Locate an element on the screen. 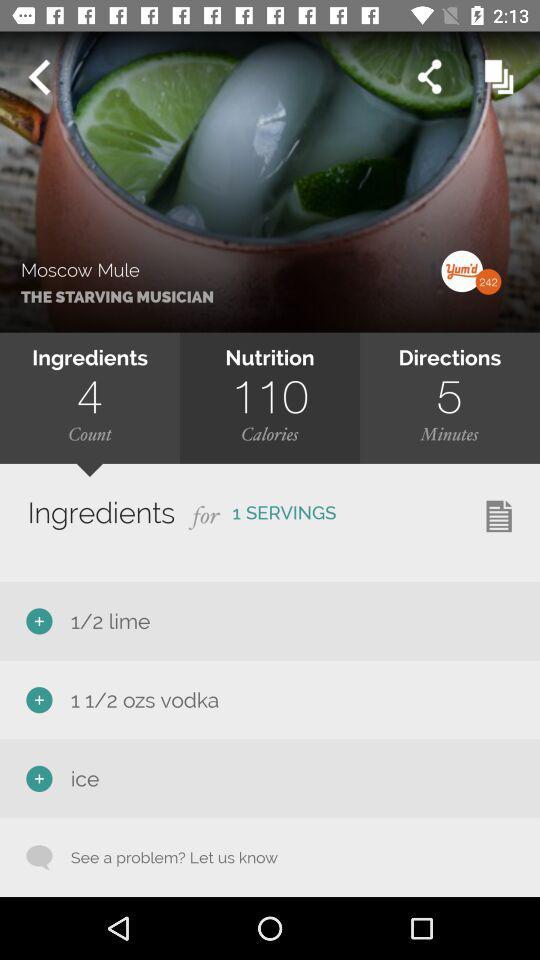 Image resolution: width=540 pixels, height=960 pixels. ice is located at coordinates (80, 777).